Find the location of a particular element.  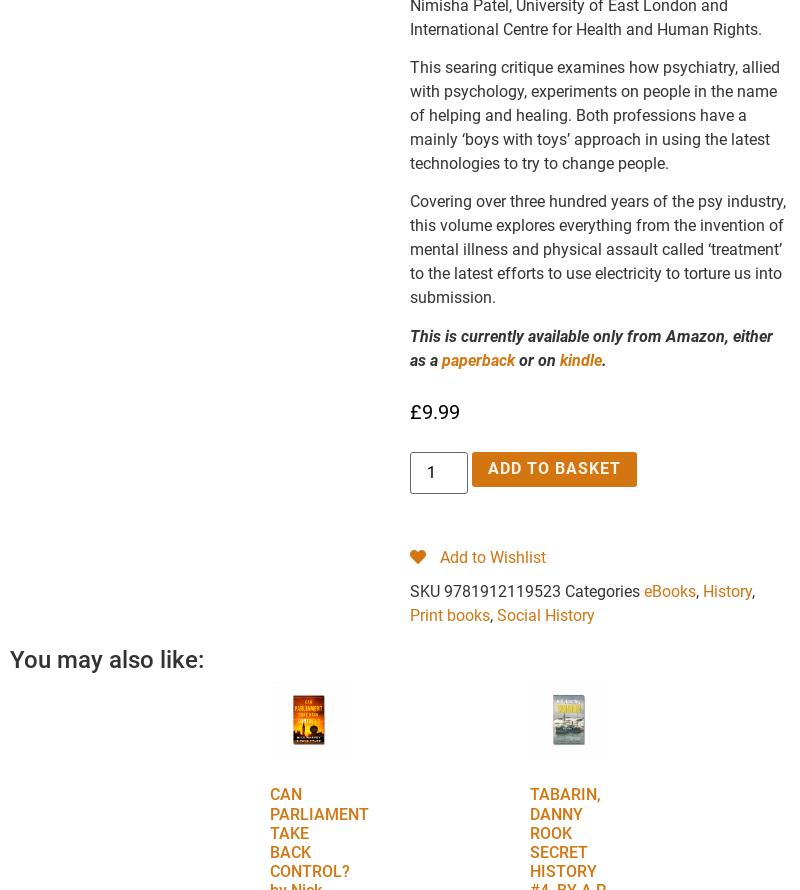

'This searing critique examines how psychiatry, allied with psychology, experiments on people in the name of helping and healing. Both professions have a mainly ‘boys with toys’ approach in using the latest technologies to try to change people.' is located at coordinates (593, 113).